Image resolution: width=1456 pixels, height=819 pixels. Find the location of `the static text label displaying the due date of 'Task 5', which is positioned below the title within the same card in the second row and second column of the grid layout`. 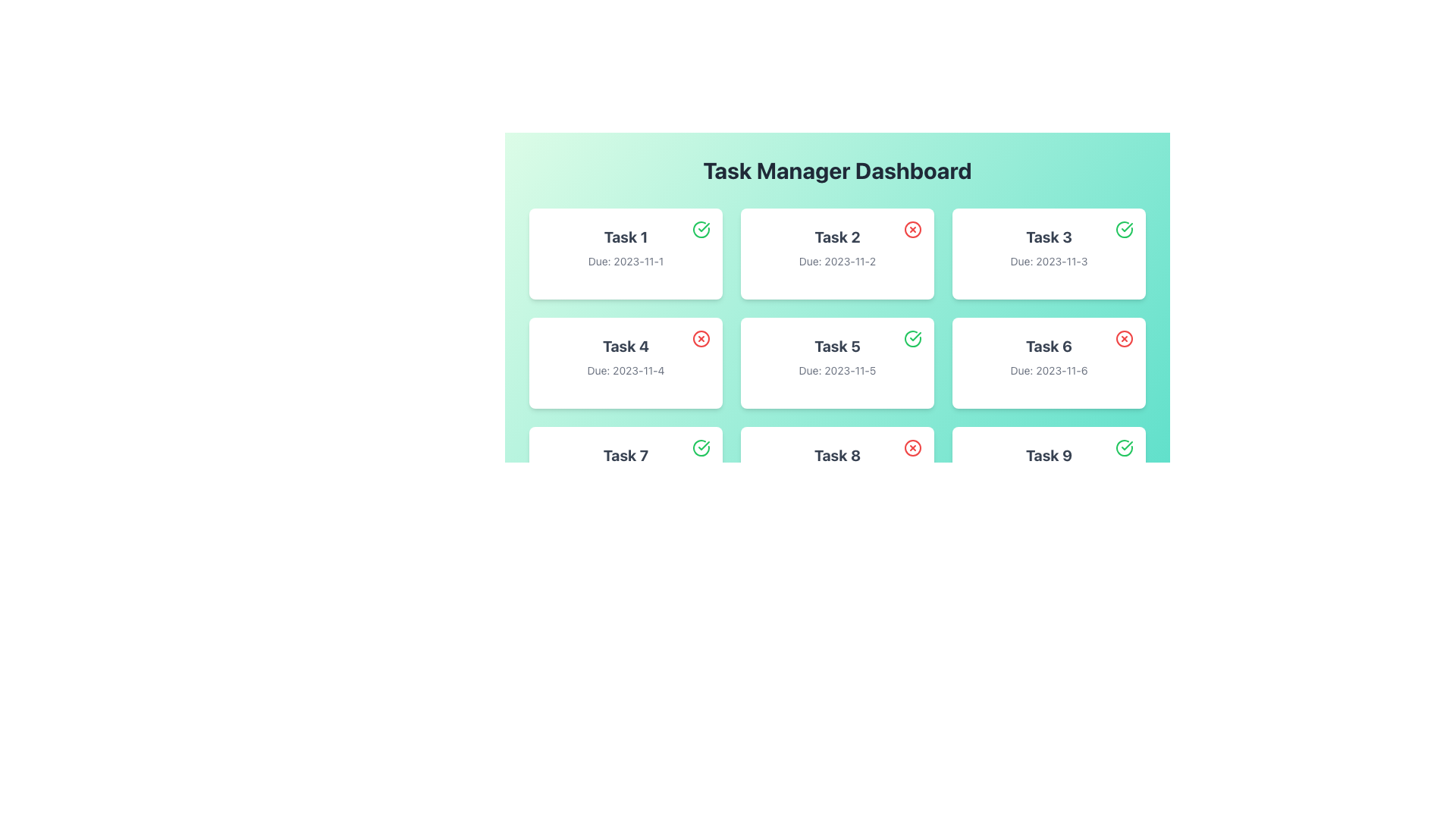

the static text label displaying the due date of 'Task 5', which is positioned below the title within the same card in the second row and second column of the grid layout is located at coordinates (836, 371).